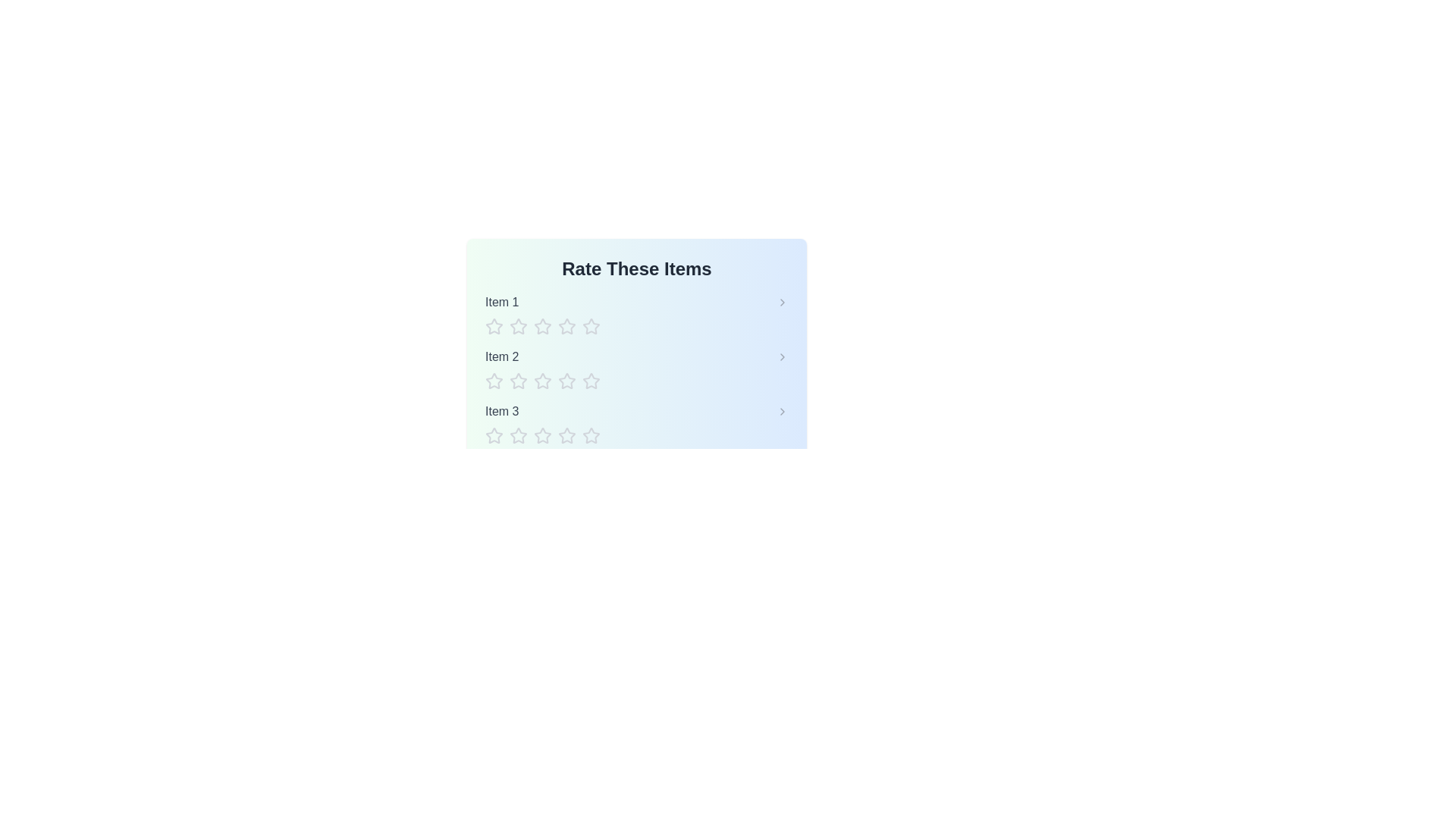 The image size is (1456, 819). Describe the element at coordinates (494, 435) in the screenshot. I see `the star corresponding to the rating 1 for item Item 3` at that location.